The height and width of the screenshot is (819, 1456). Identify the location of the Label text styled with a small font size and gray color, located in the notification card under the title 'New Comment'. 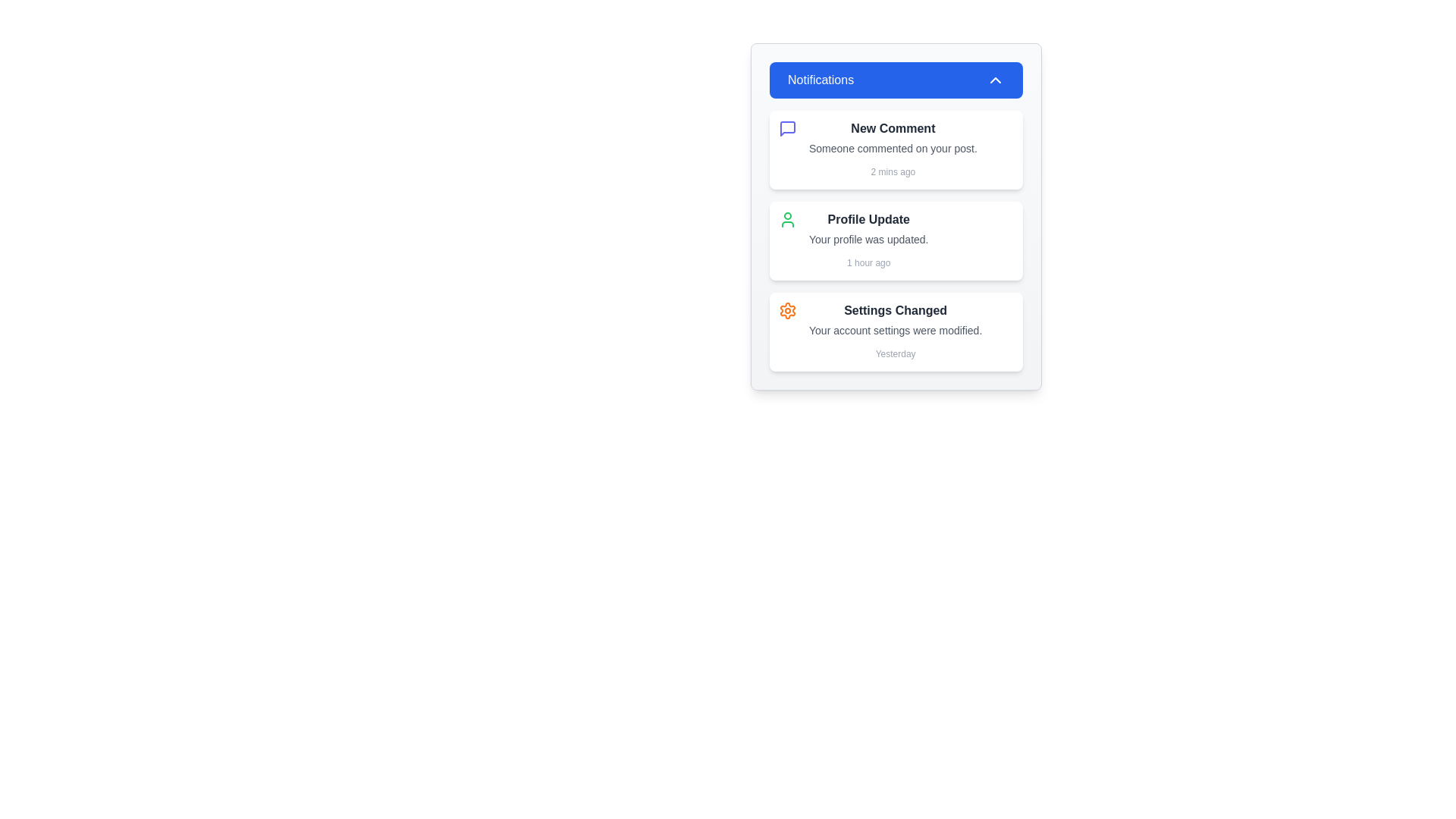
(893, 149).